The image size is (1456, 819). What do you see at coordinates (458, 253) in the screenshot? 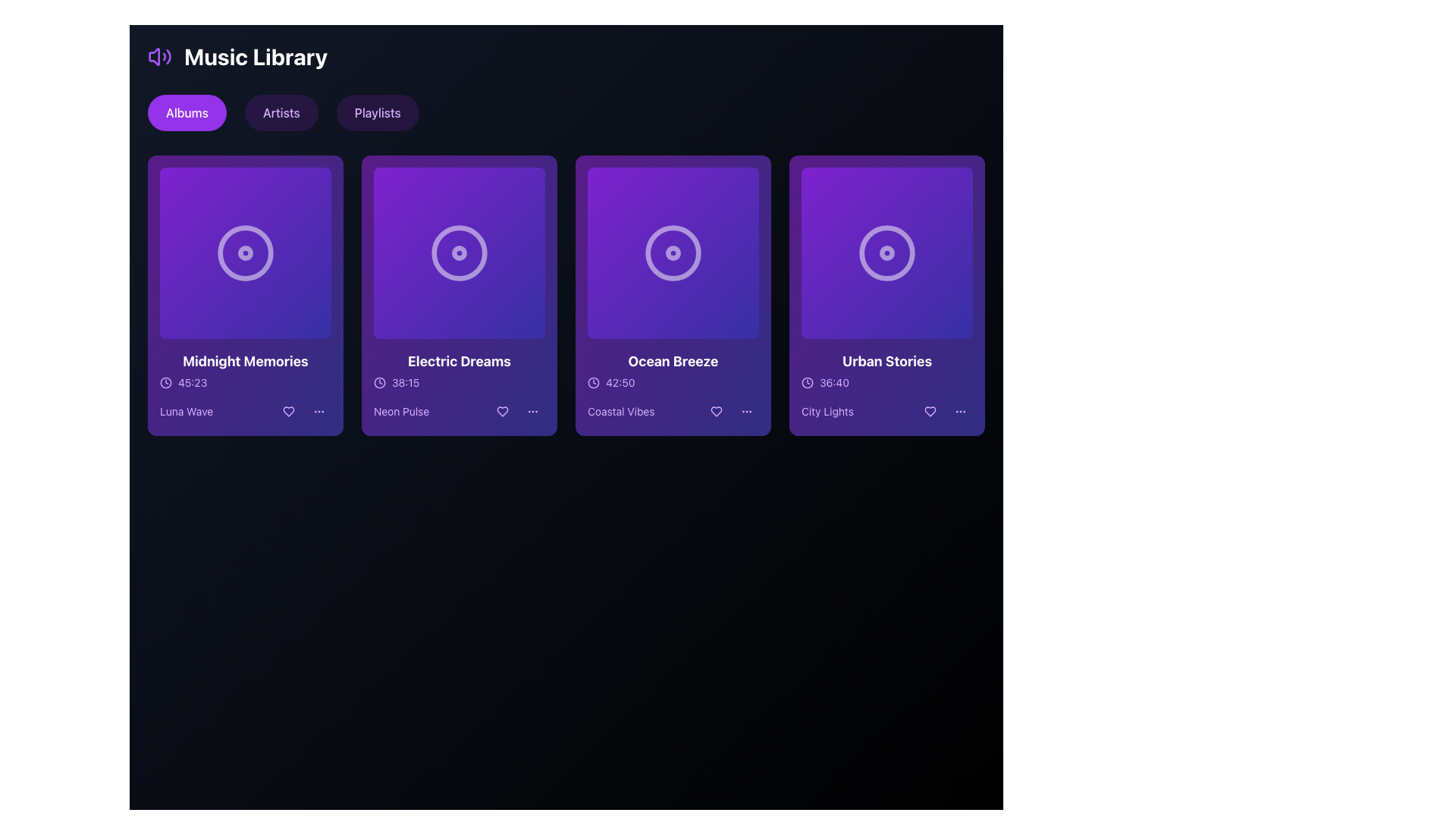
I see `the circular icon within the 'Electric Dreams' card, which is located in the first row, second column of the media cards grid` at bounding box center [458, 253].